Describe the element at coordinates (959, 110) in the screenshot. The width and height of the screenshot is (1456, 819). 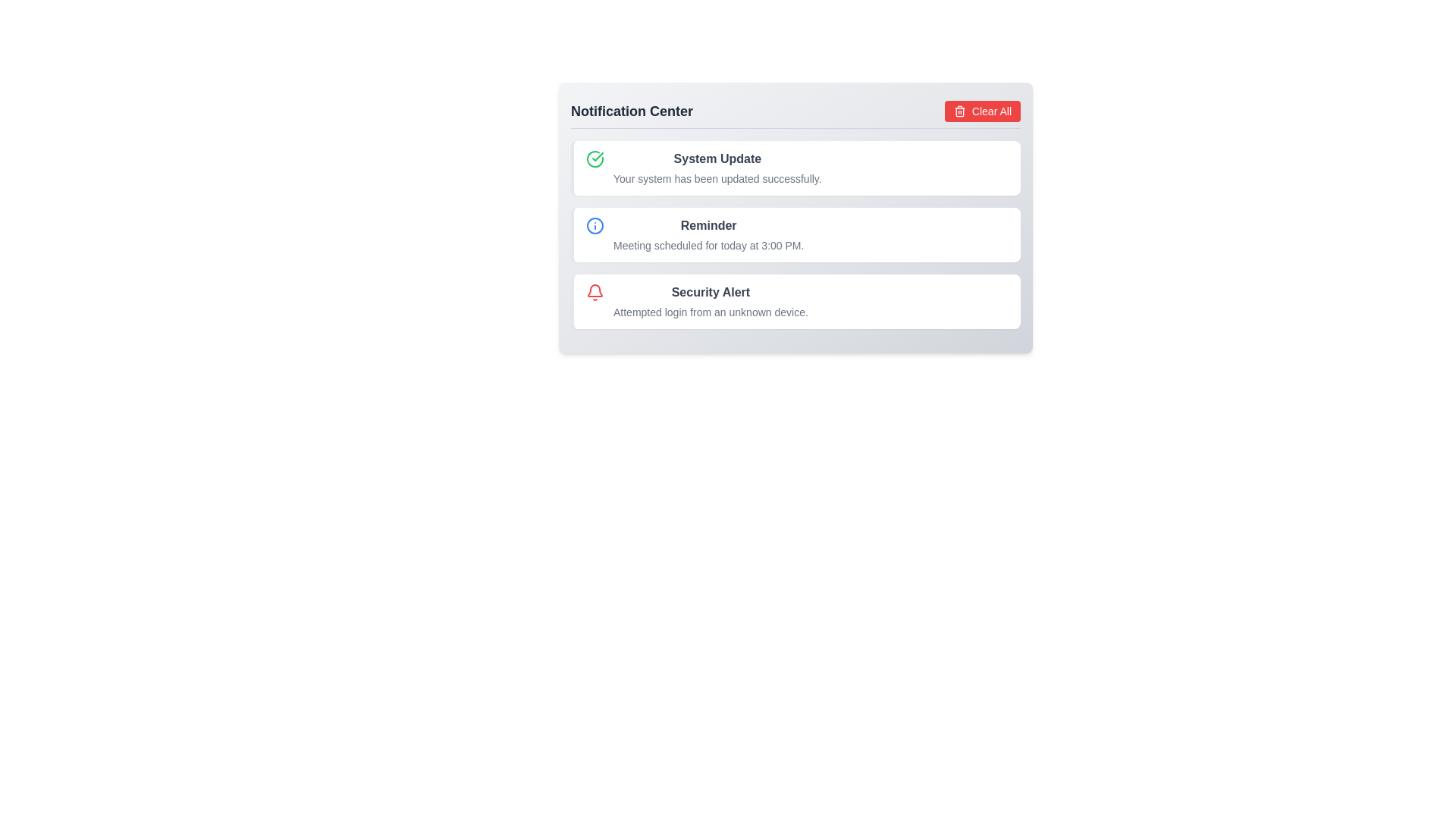
I see `the 'Clear All' button, which is visually represented by an icon located at the top-right corner of the notification panel` at that location.